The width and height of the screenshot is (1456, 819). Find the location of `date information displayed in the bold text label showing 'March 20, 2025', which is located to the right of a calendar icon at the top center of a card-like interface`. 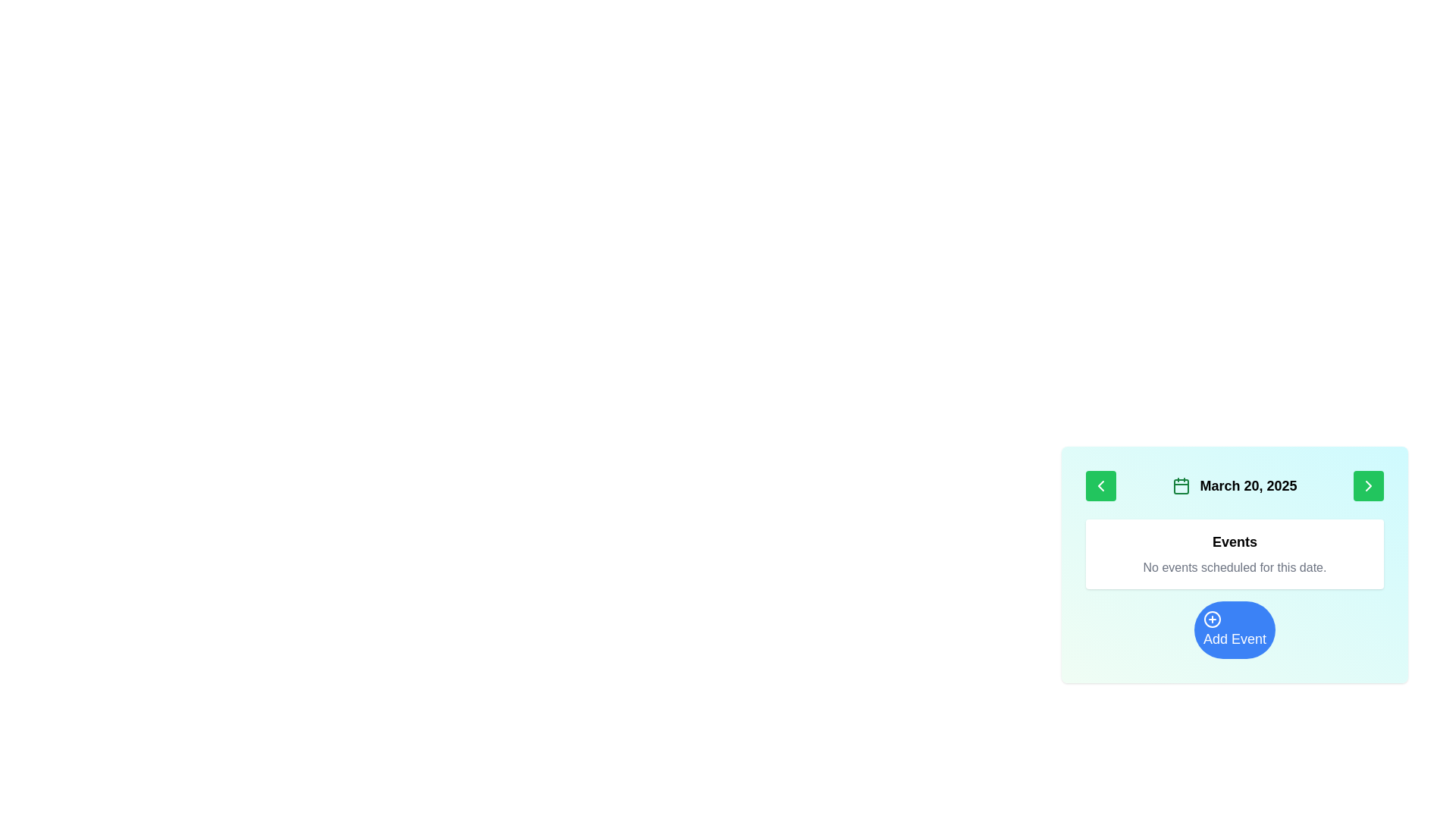

date information displayed in the bold text label showing 'March 20, 2025', which is located to the right of a calendar icon at the top center of a card-like interface is located at coordinates (1248, 485).